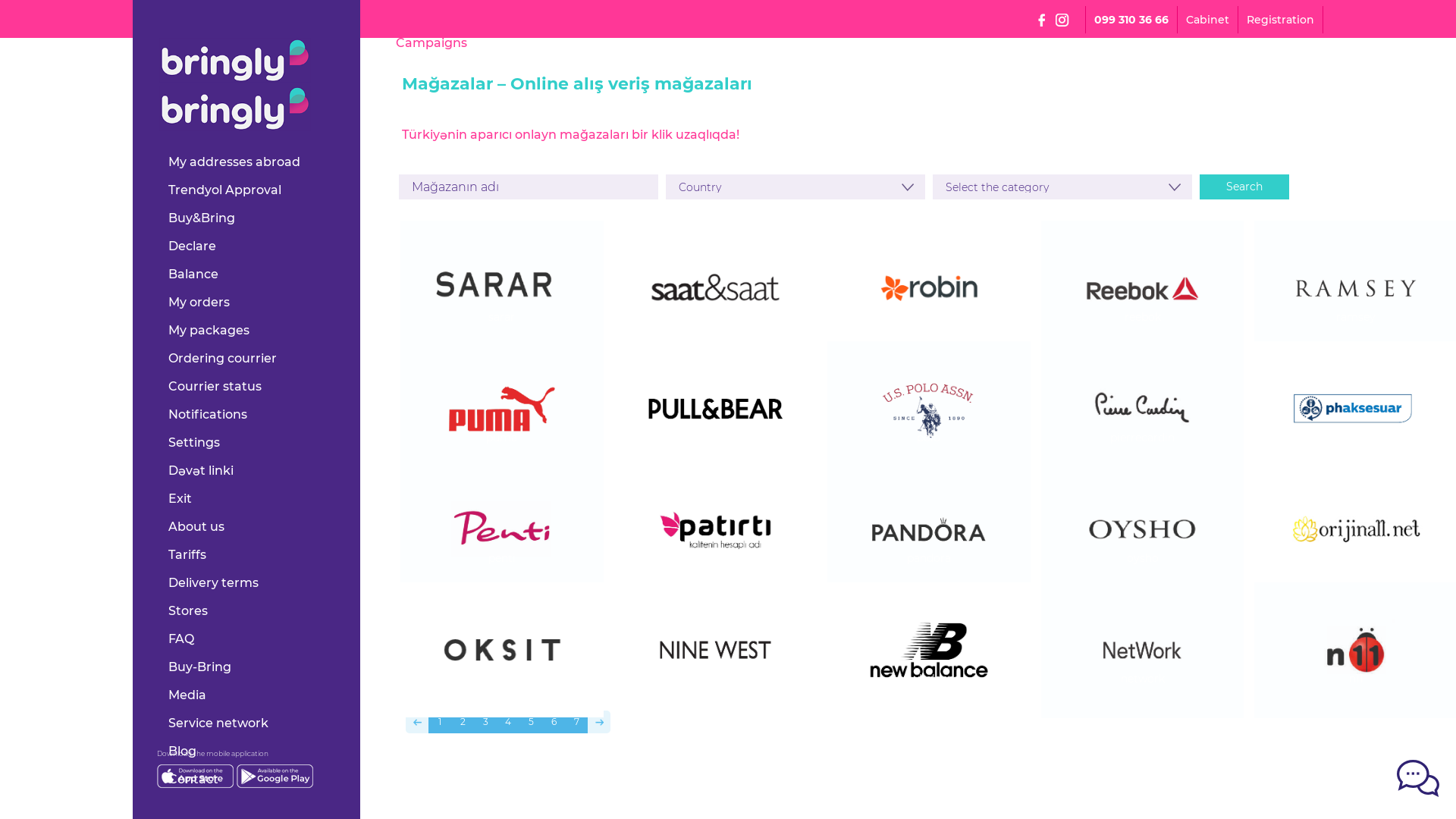 The image size is (1456, 819). What do you see at coordinates (218, 722) in the screenshot?
I see `'Service network'` at bounding box center [218, 722].